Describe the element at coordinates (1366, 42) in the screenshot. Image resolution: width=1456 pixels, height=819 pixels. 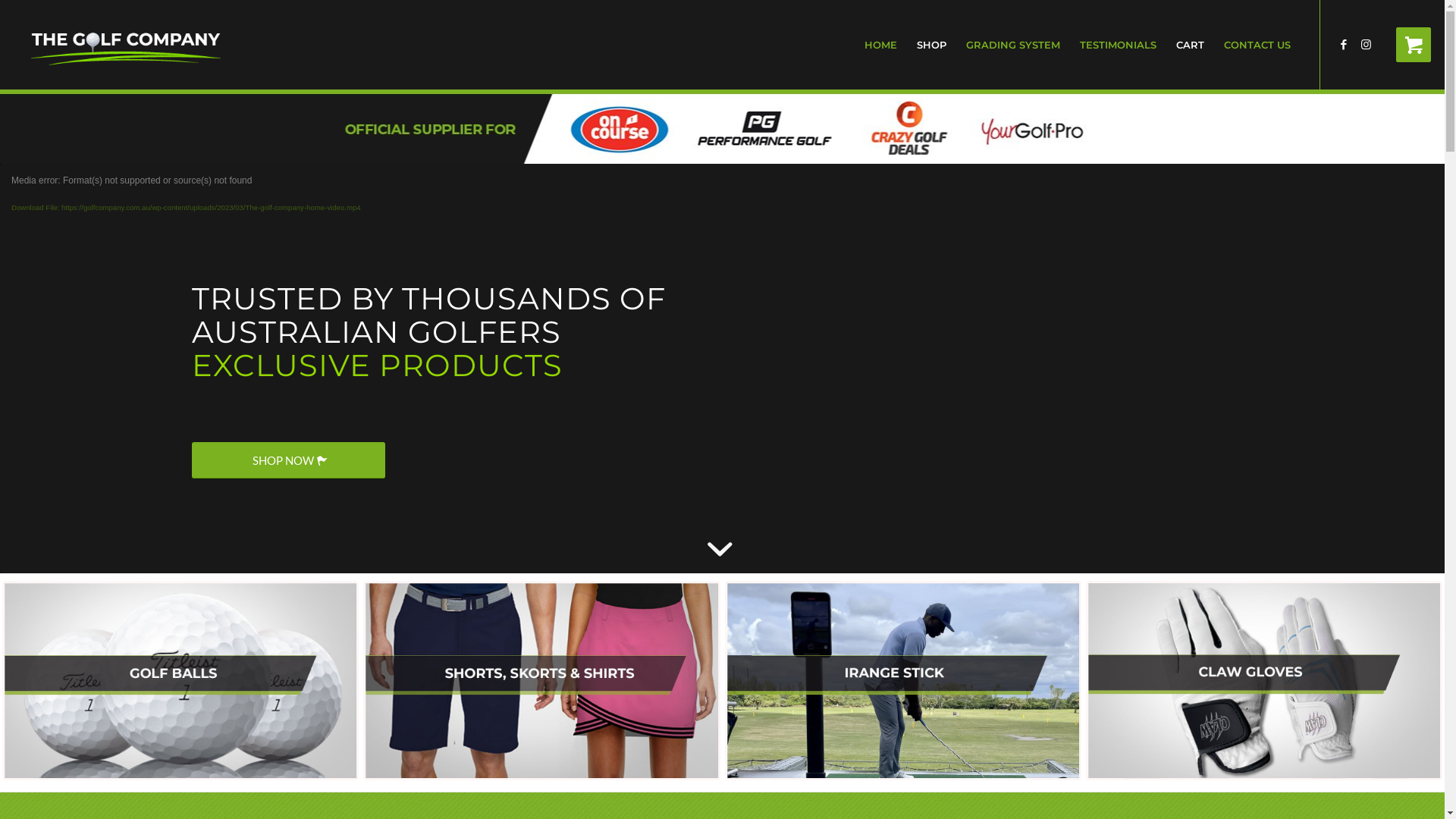
I see `'Instagram'` at that location.